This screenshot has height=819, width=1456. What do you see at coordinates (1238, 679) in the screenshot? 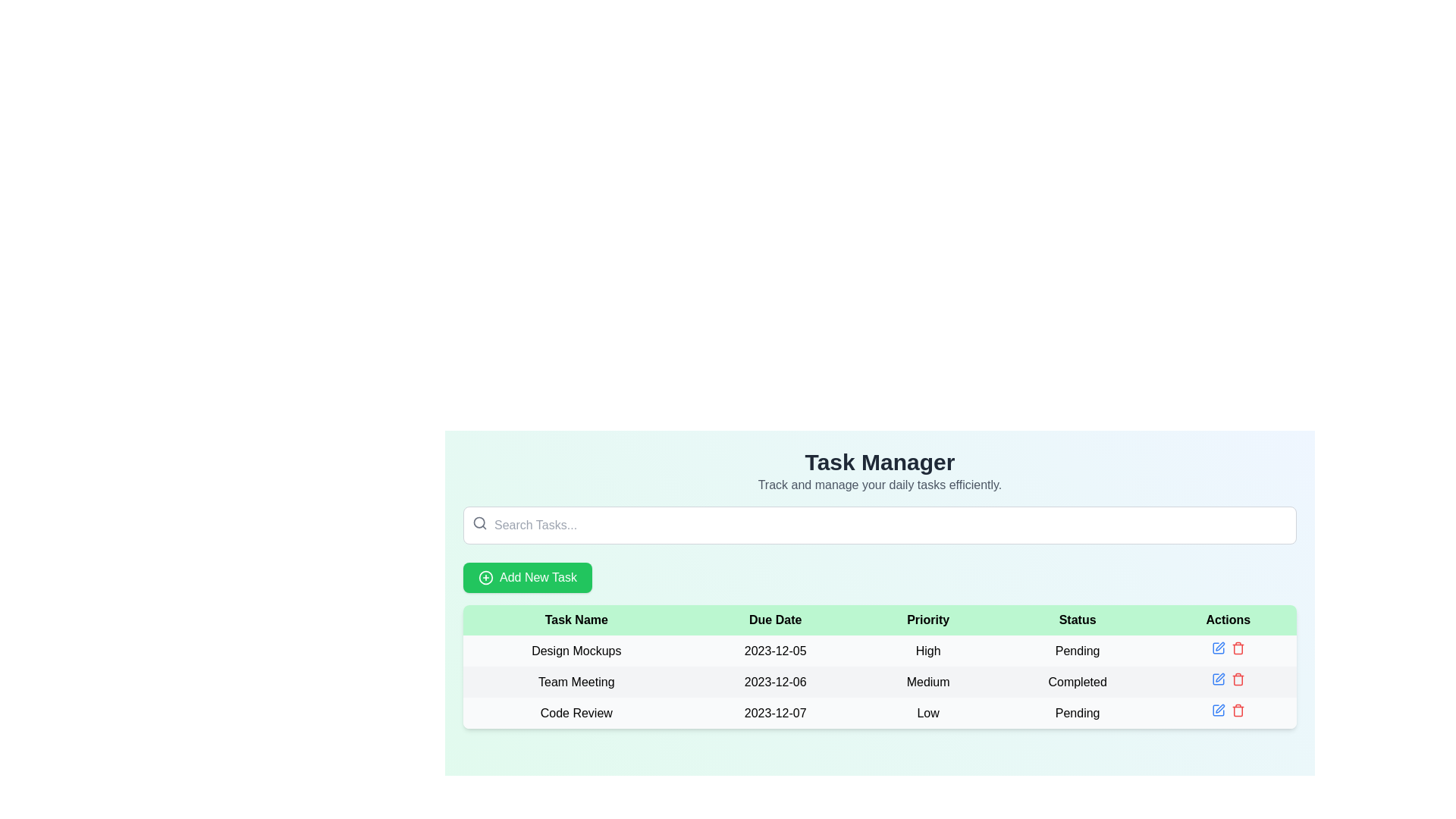
I see `the trash can icon in the Actions column of the second row in the task table` at bounding box center [1238, 679].